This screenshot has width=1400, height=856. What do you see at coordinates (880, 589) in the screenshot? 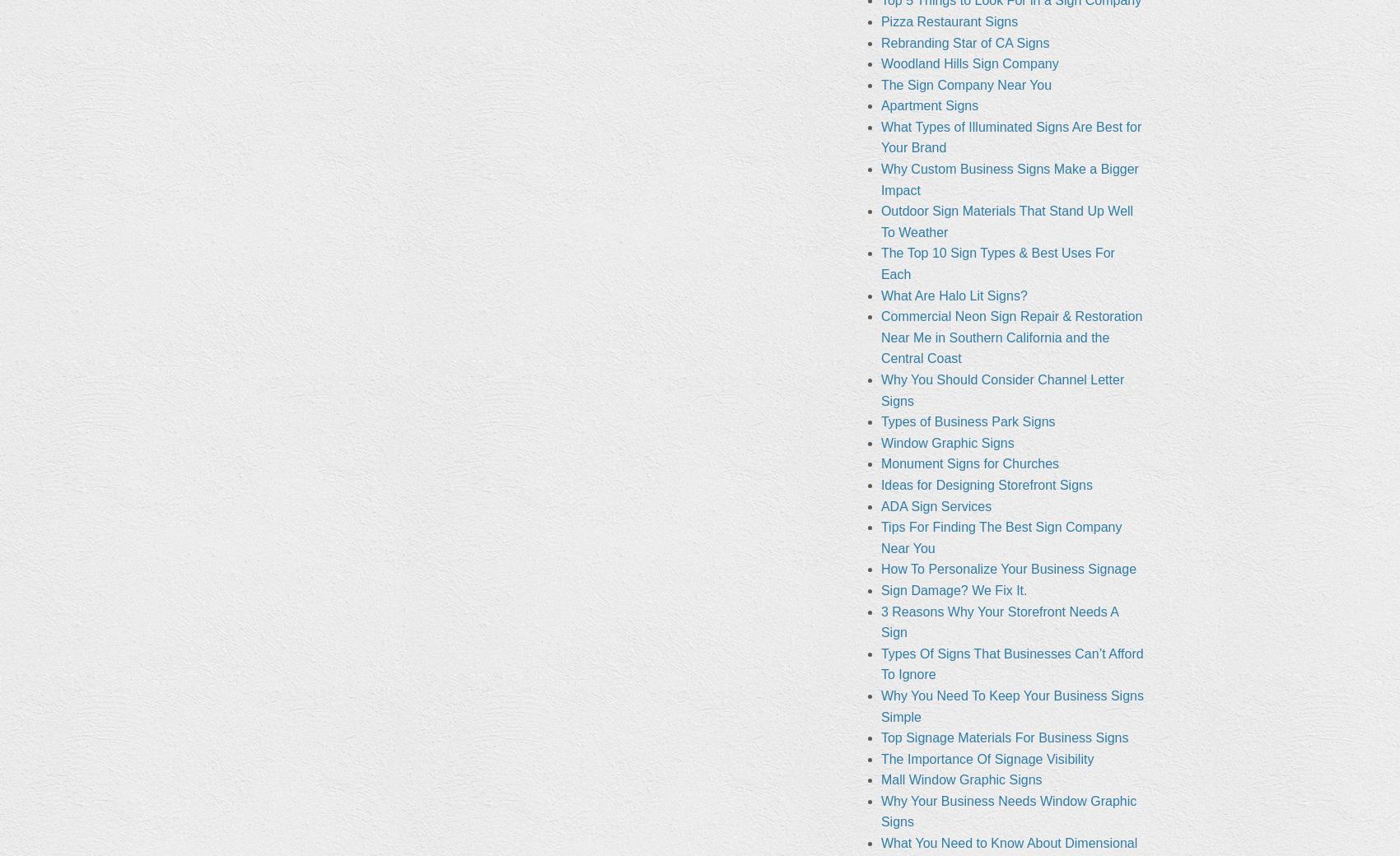
I see `'Sign Damage? We Fix It.'` at bounding box center [880, 589].